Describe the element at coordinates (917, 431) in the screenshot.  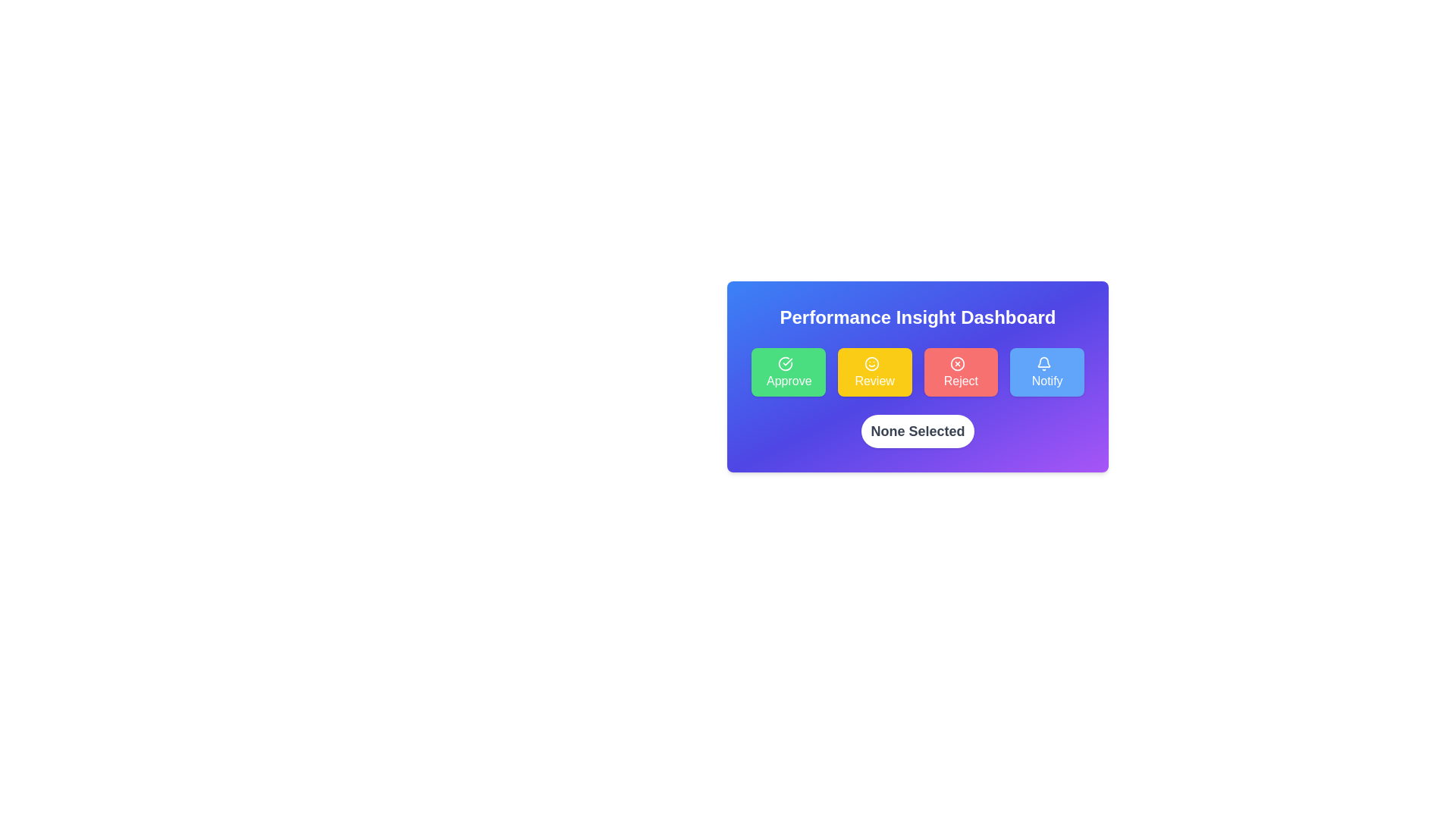
I see `the 'Performance Insight Dashboard' modal which contains the buttons 'Approve', 'Review', 'Reject', and 'Notify'` at that location.